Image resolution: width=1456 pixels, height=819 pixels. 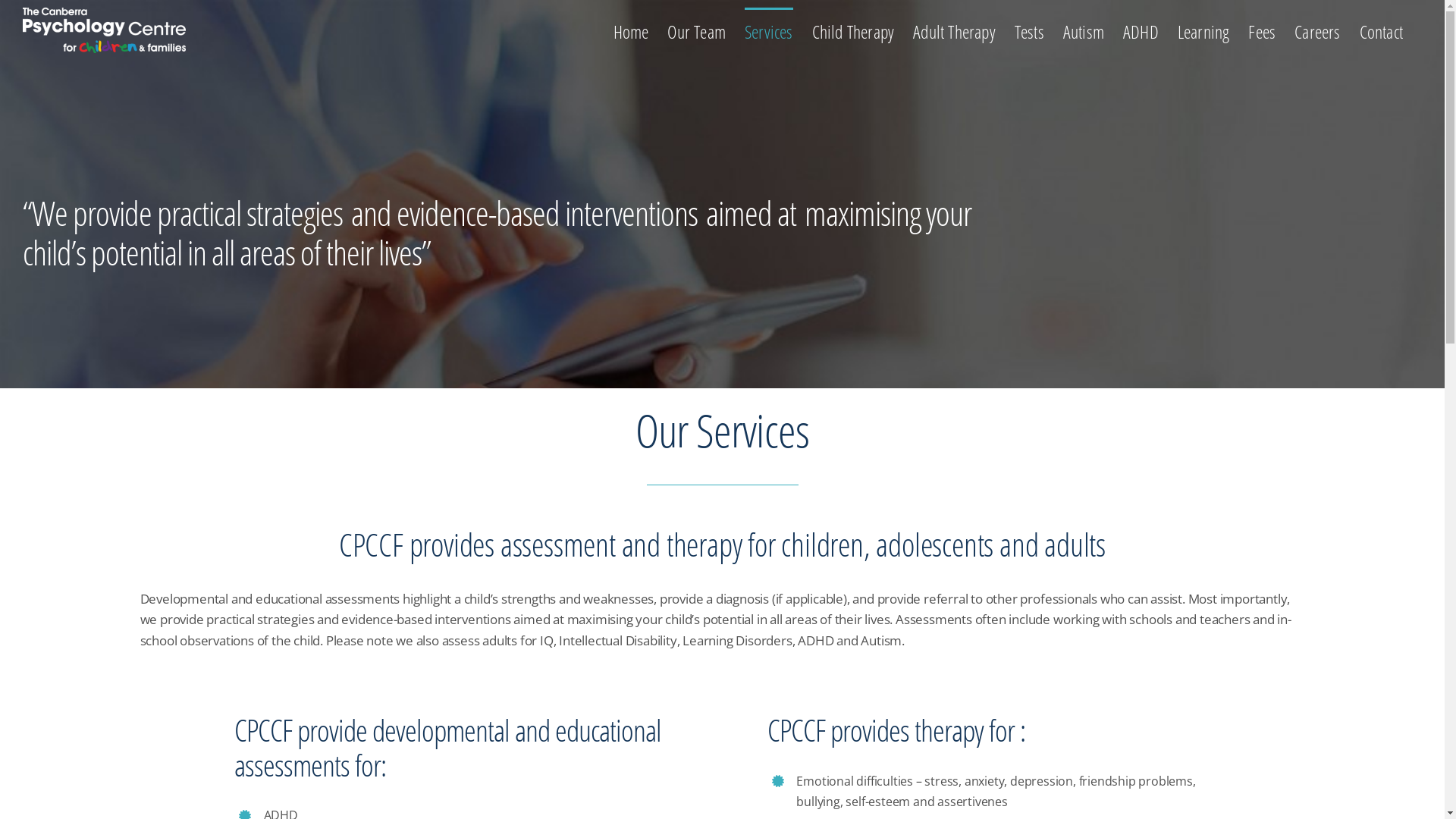 I want to click on 'Contact', so click(x=1381, y=30).